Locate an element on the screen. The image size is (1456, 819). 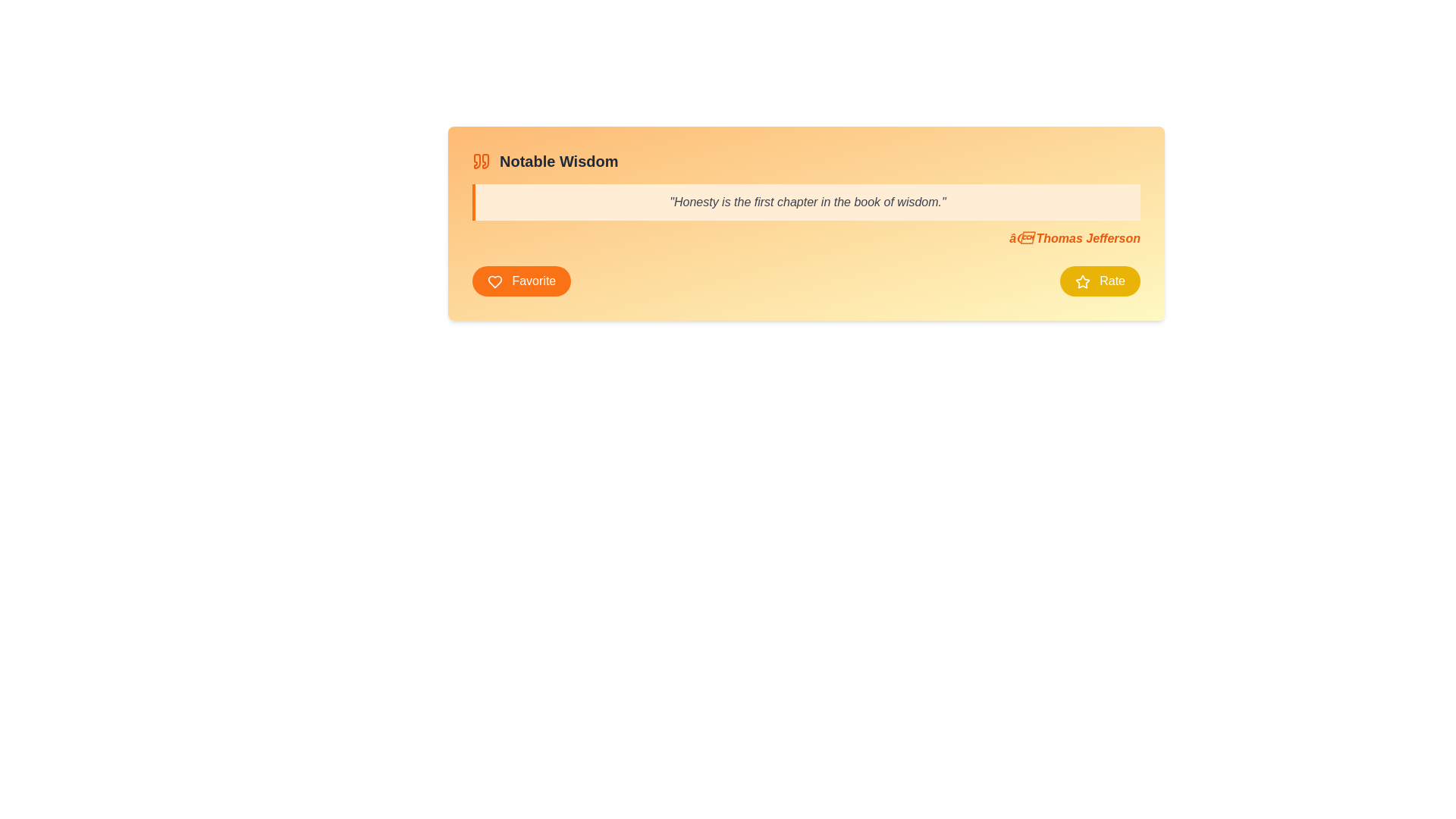
the Text Display Area that displays a notable quote, which is centrally aligned below the header 'Notable Wisdom' and above the attribution '— Thomas Jefferson.' is located at coordinates (805, 201).